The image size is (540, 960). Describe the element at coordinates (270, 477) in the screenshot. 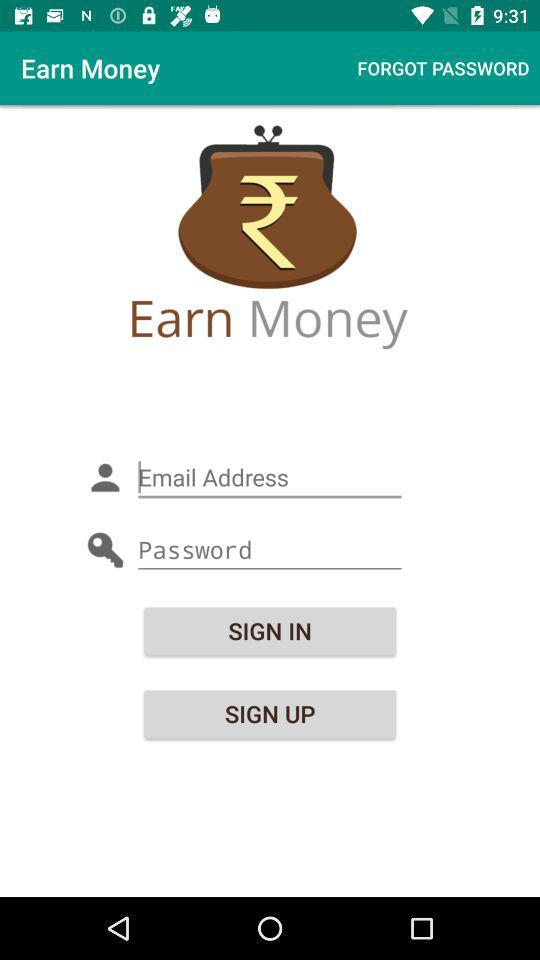

I see `insert email address` at that location.